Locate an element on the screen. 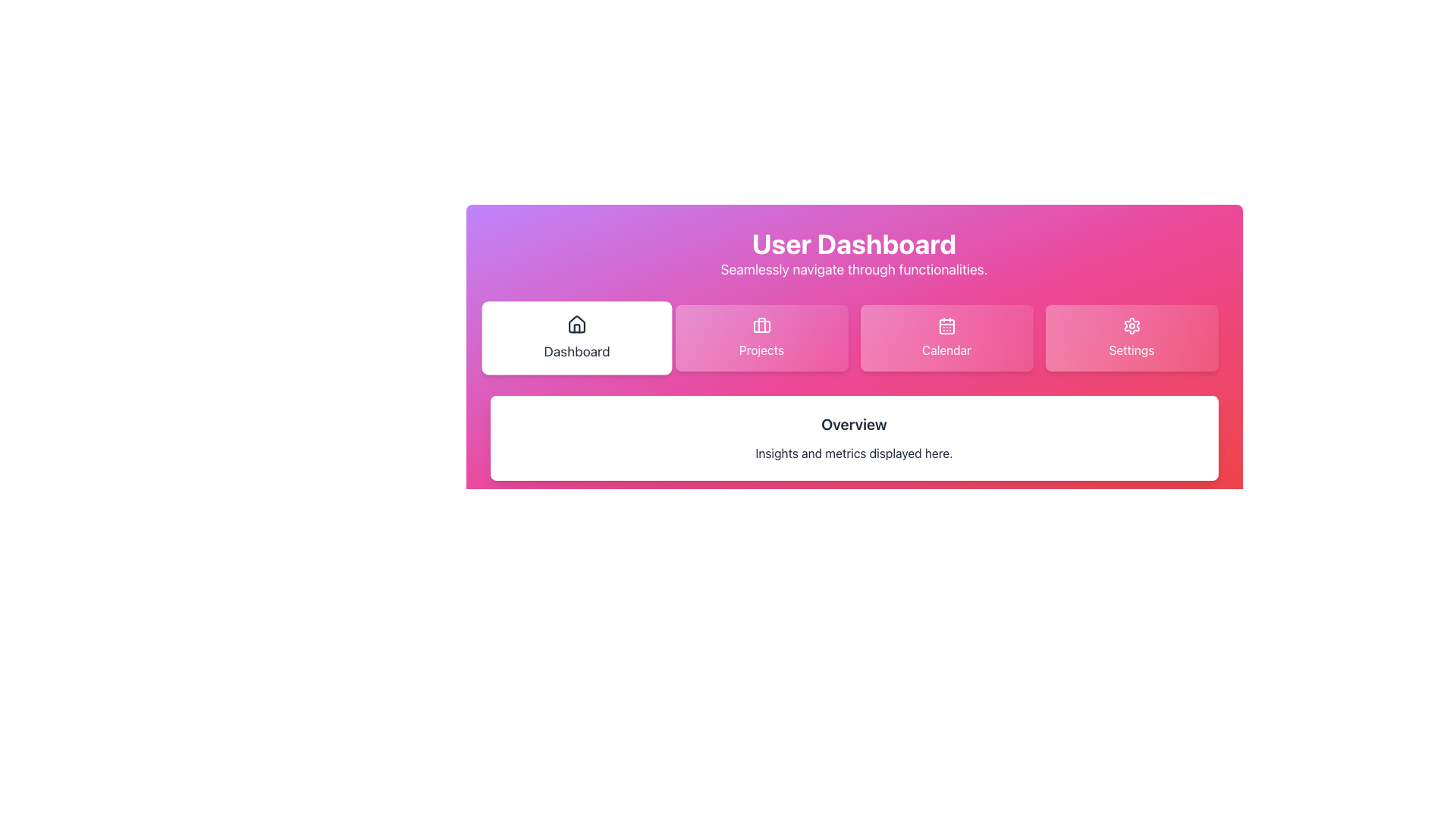 The height and width of the screenshot is (819, 1456). text label located at the bottom of the 'Dashboard' card, which describes the purpose of the card and is positioned below a black house icon is located at coordinates (576, 351).